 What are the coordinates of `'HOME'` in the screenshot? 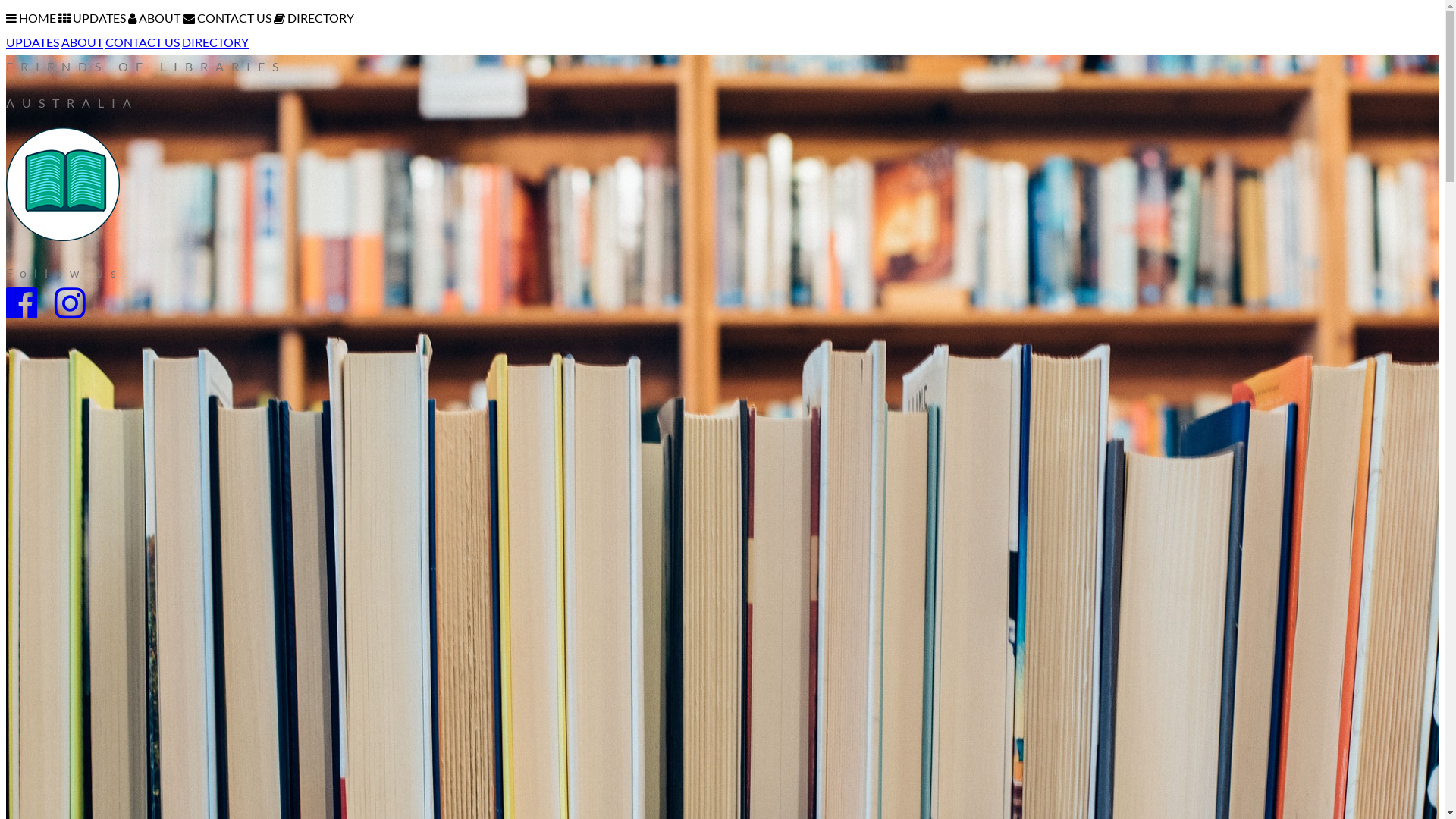 It's located at (37, 17).